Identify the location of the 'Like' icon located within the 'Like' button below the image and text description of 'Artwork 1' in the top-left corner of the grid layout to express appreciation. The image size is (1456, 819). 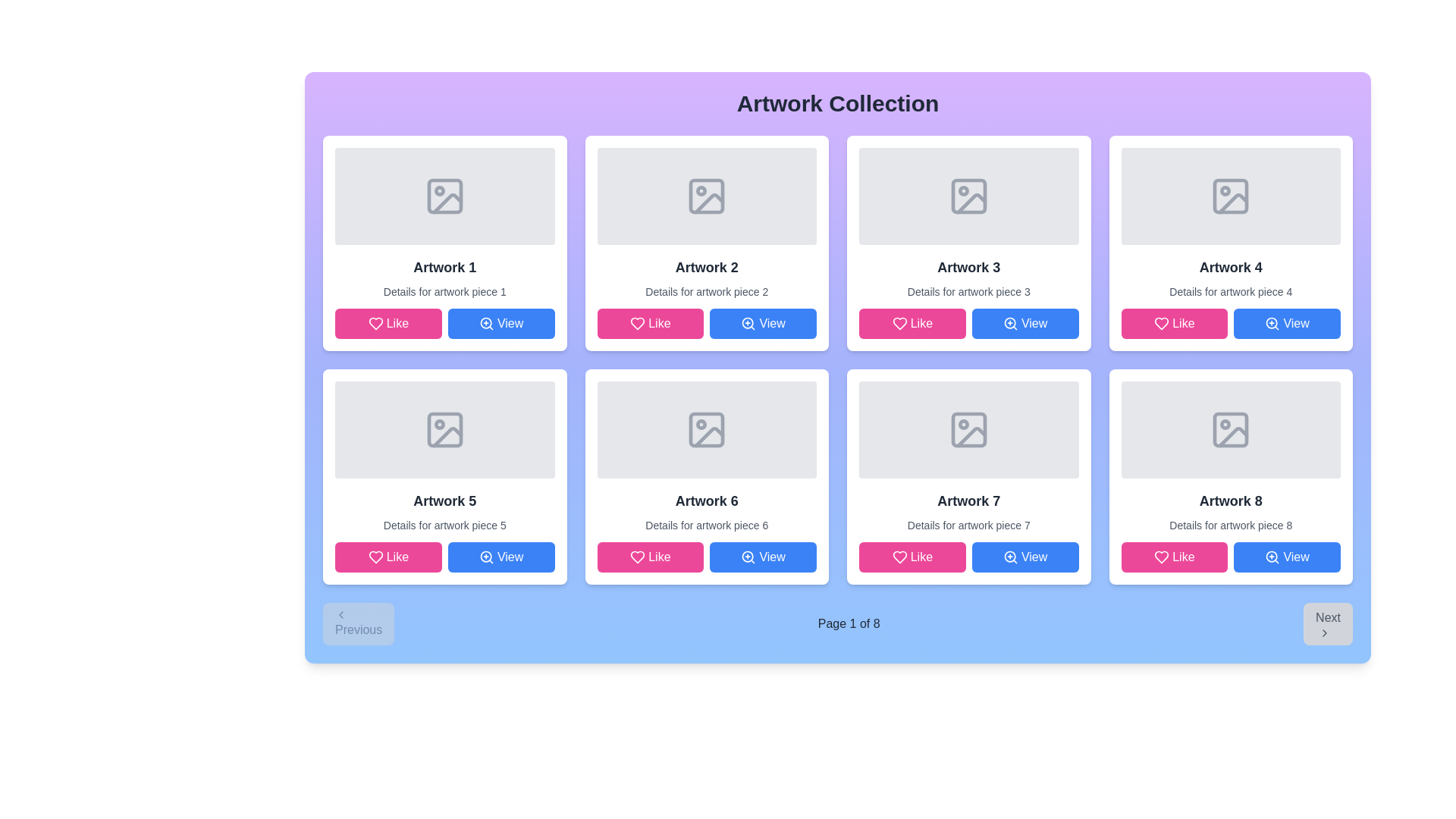
(375, 323).